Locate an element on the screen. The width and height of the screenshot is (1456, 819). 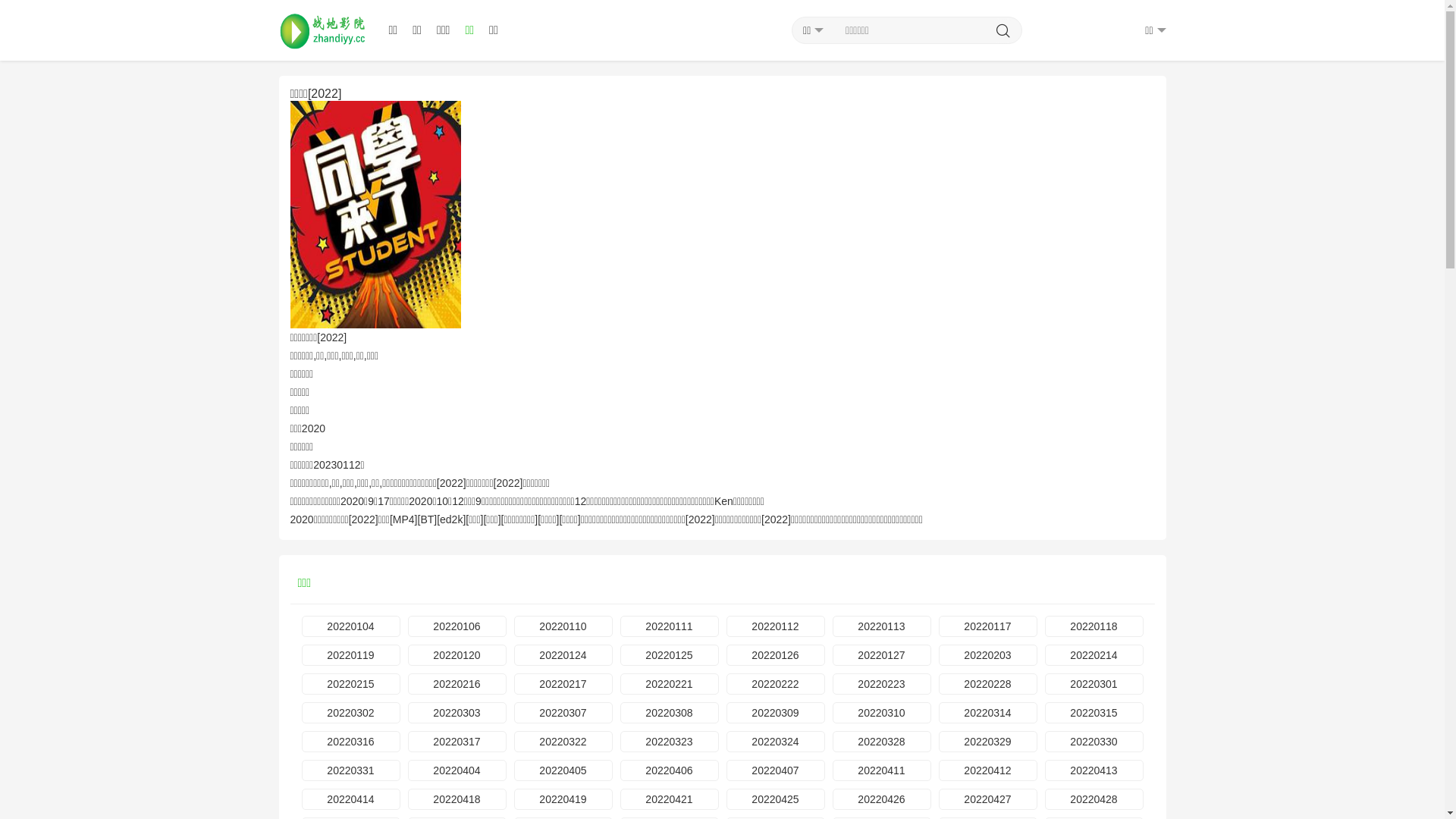
'20220428' is located at coordinates (1094, 798).